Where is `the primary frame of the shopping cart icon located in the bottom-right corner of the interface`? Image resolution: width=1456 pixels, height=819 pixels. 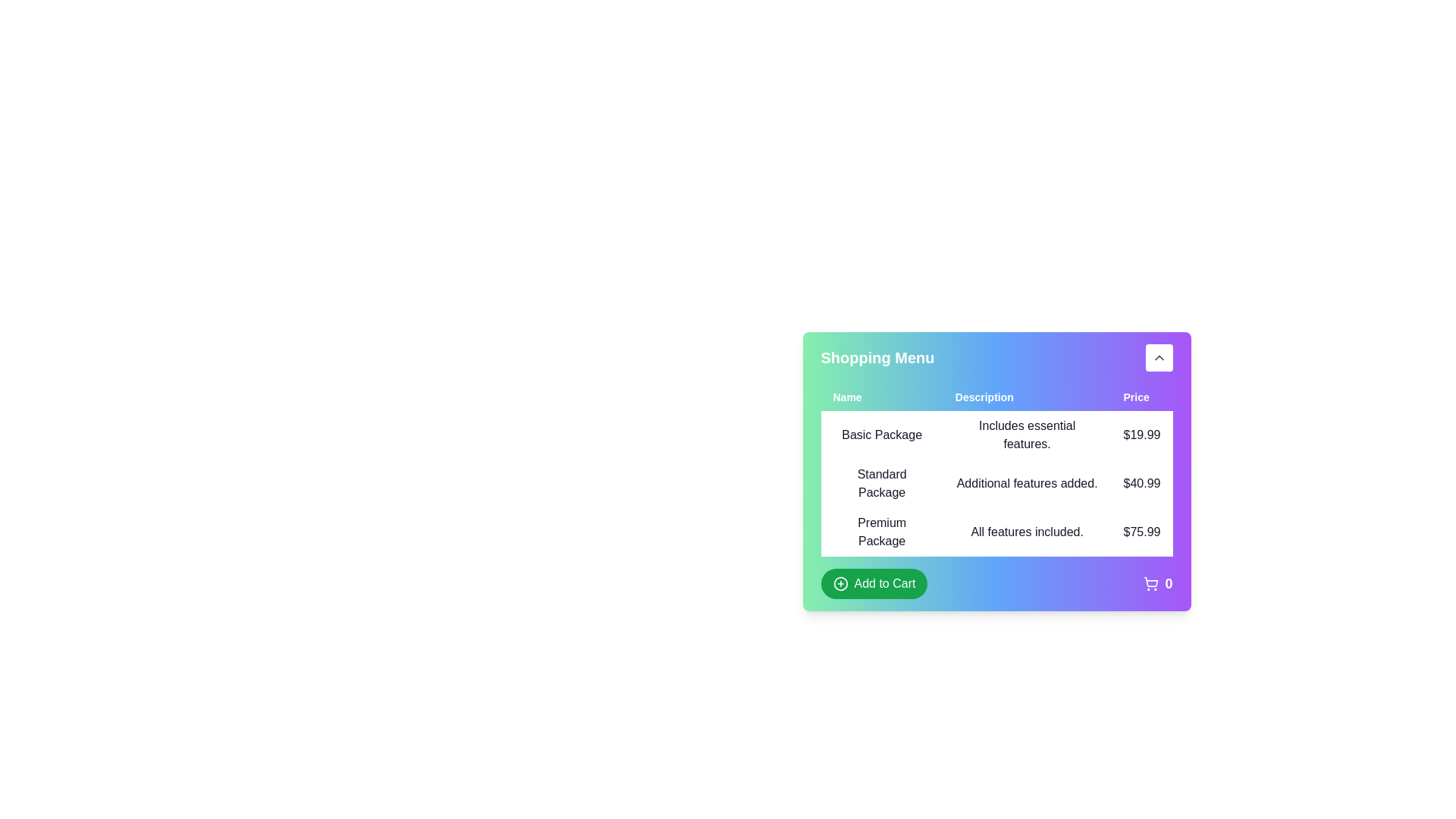 the primary frame of the shopping cart icon located in the bottom-right corner of the interface is located at coordinates (1151, 581).